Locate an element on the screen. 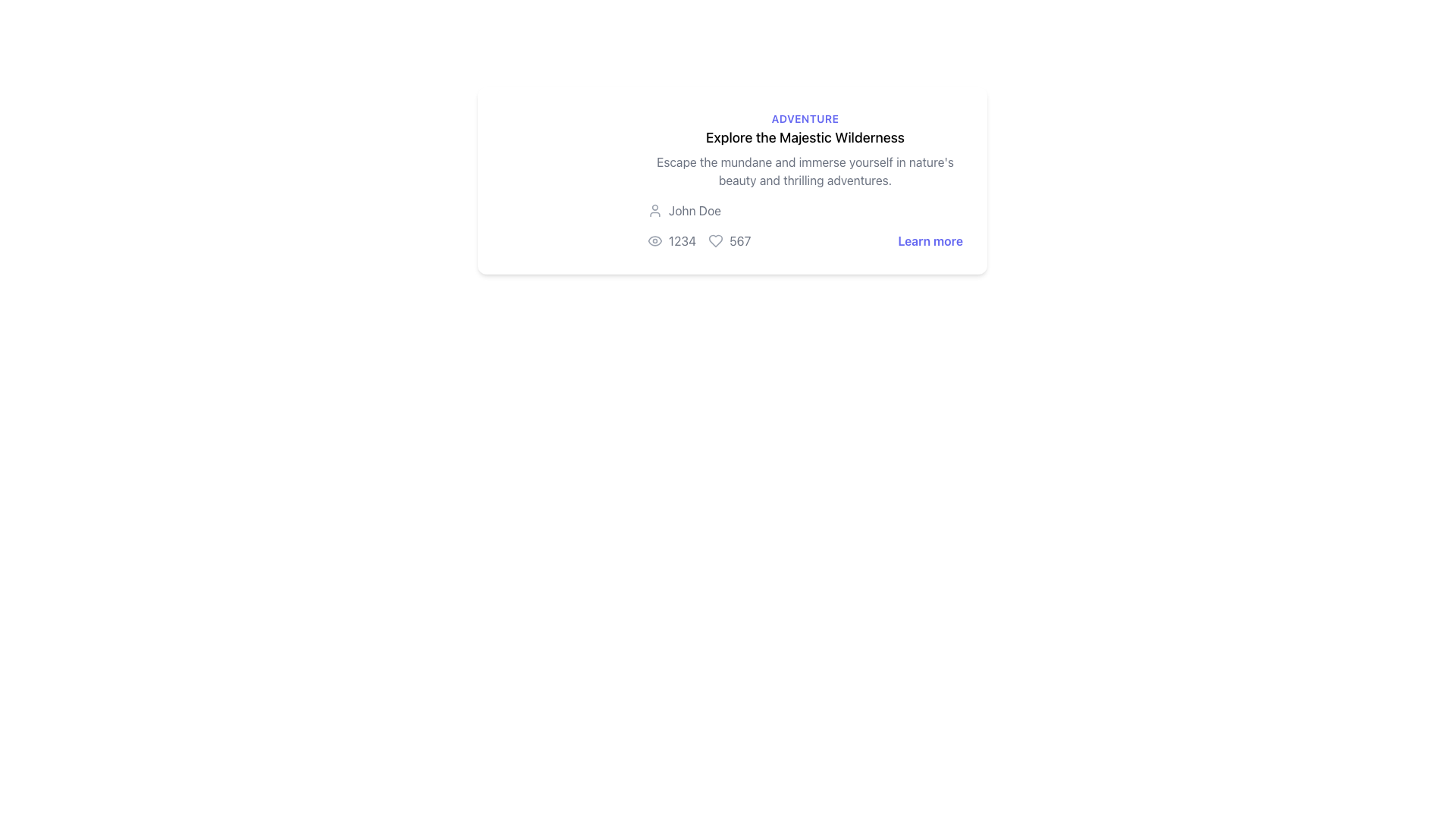 This screenshot has height=819, width=1456. the textual hyperlink 'Learn more' styled in bold indigo-blue font is located at coordinates (930, 240).